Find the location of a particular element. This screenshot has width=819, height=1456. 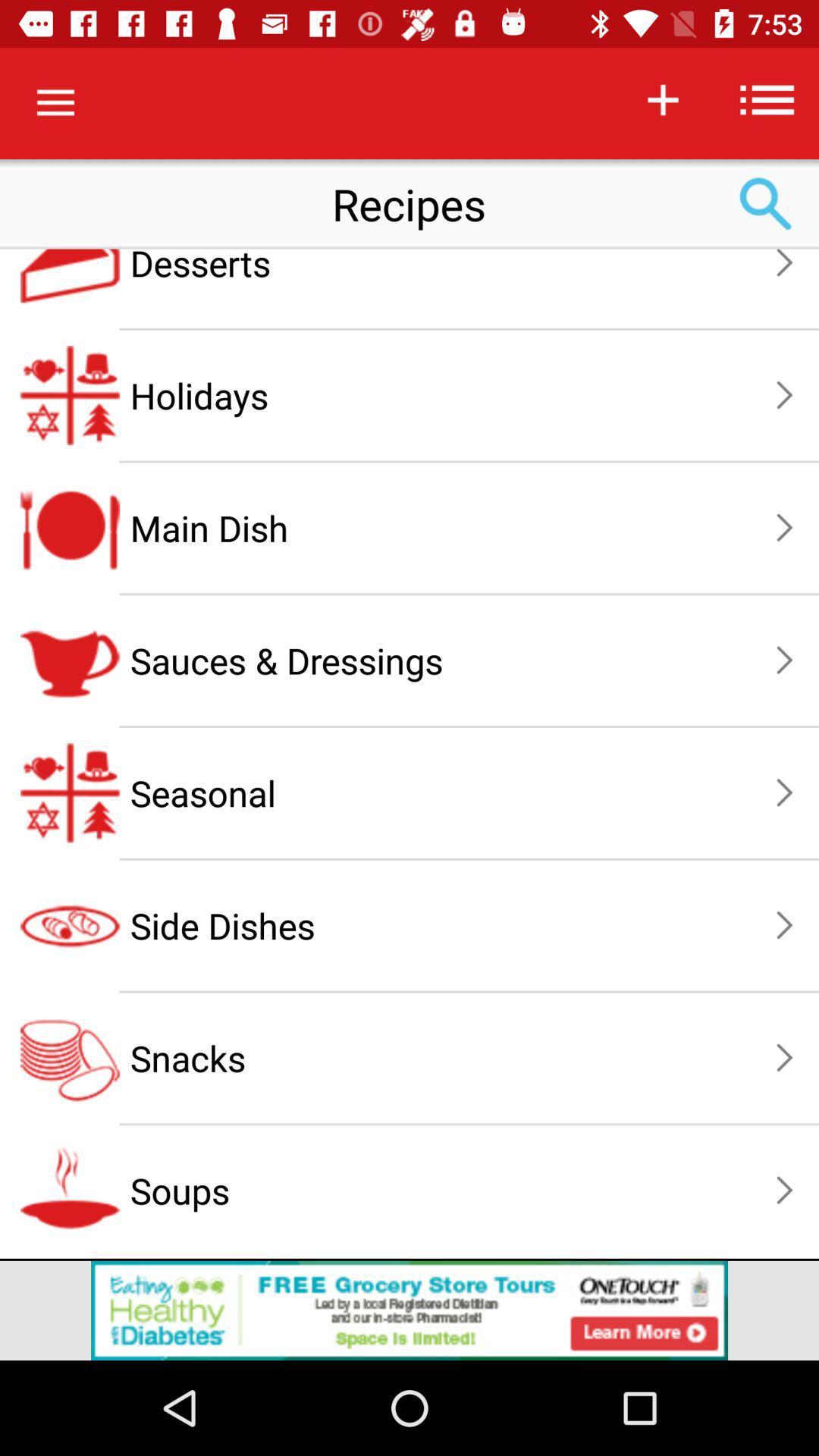

the search icon is located at coordinates (766, 203).